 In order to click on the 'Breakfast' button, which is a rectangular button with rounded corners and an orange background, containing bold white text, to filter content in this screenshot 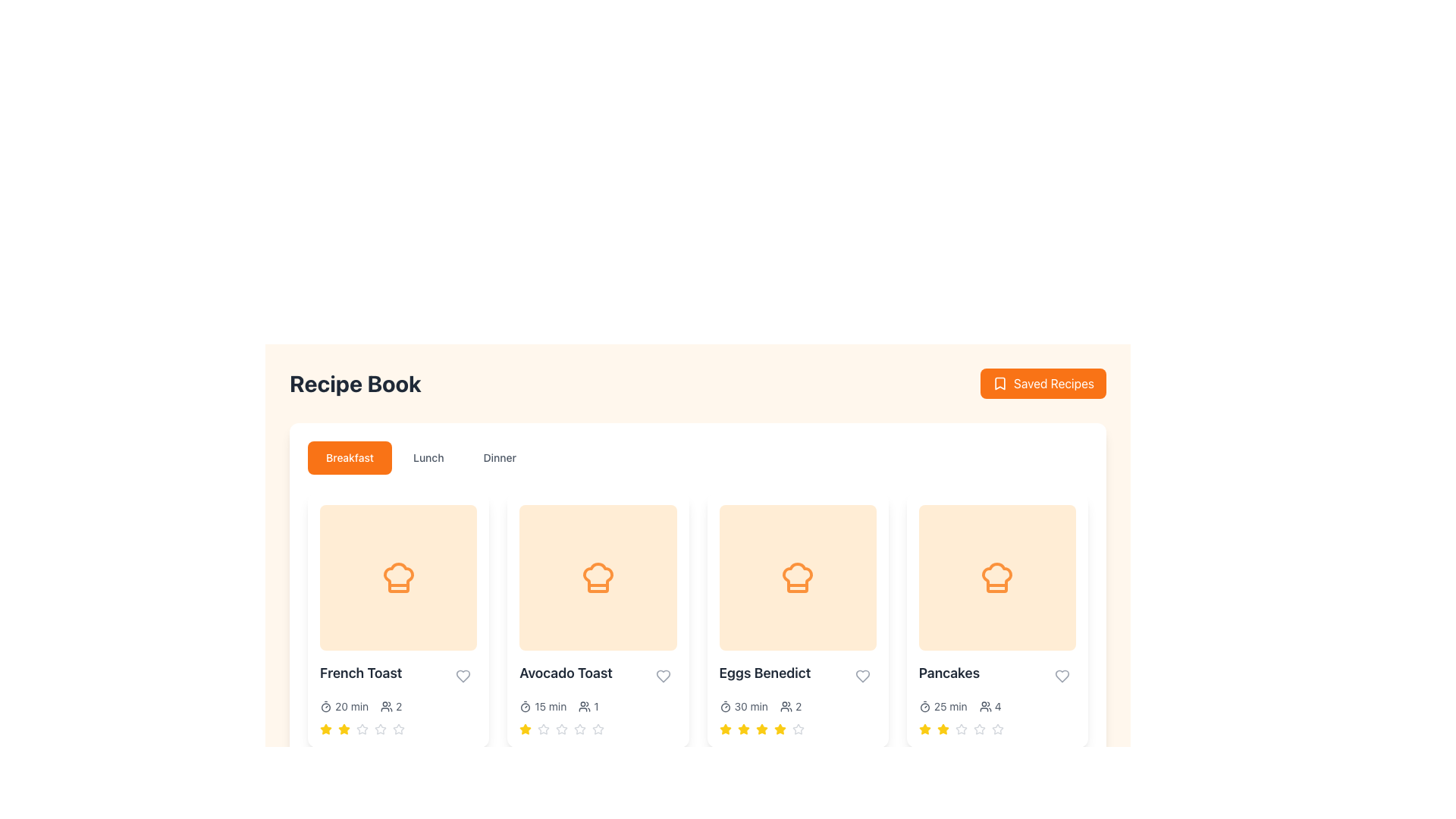, I will do `click(349, 457)`.